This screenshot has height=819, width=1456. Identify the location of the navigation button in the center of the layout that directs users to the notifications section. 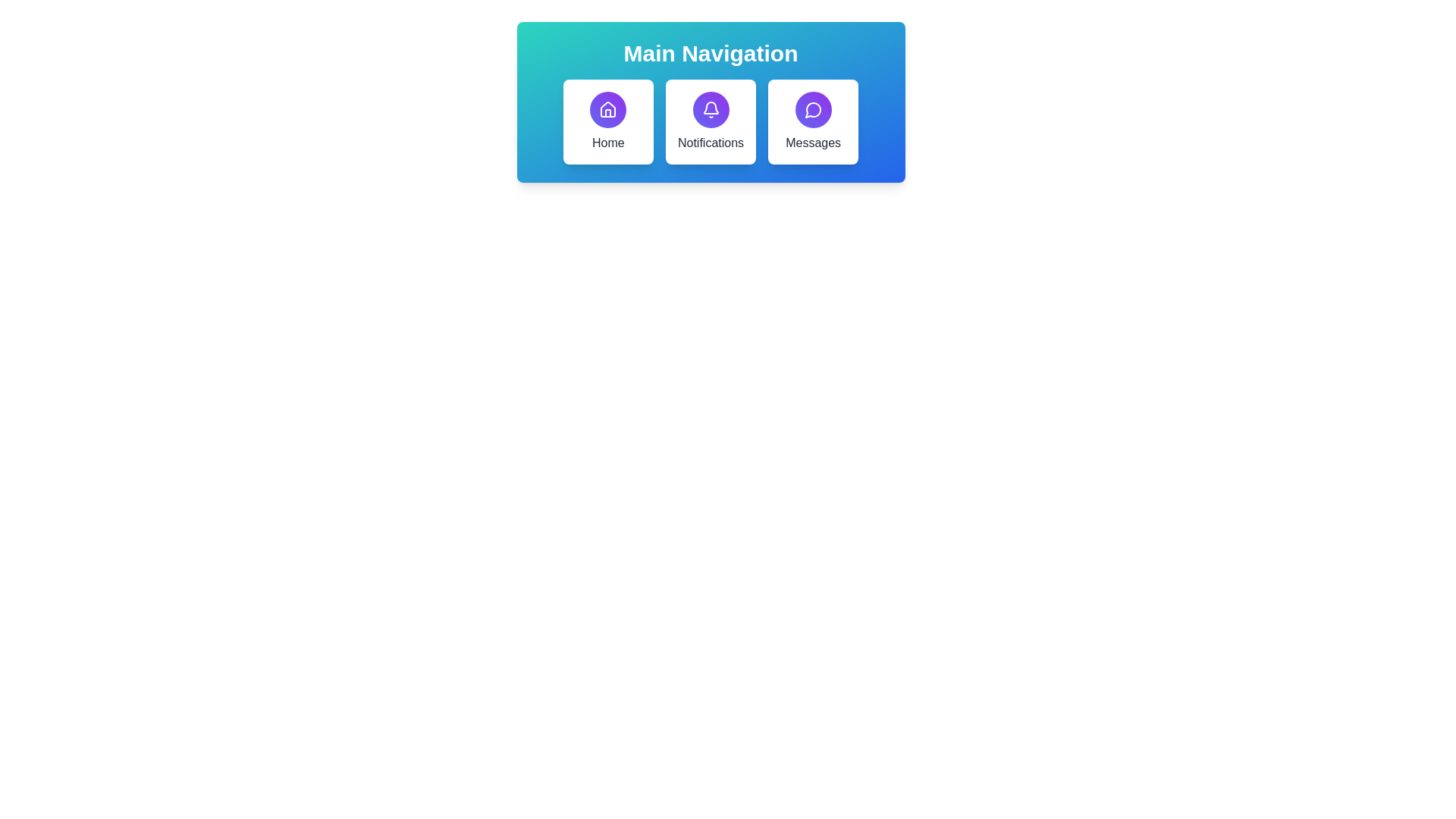
(710, 121).